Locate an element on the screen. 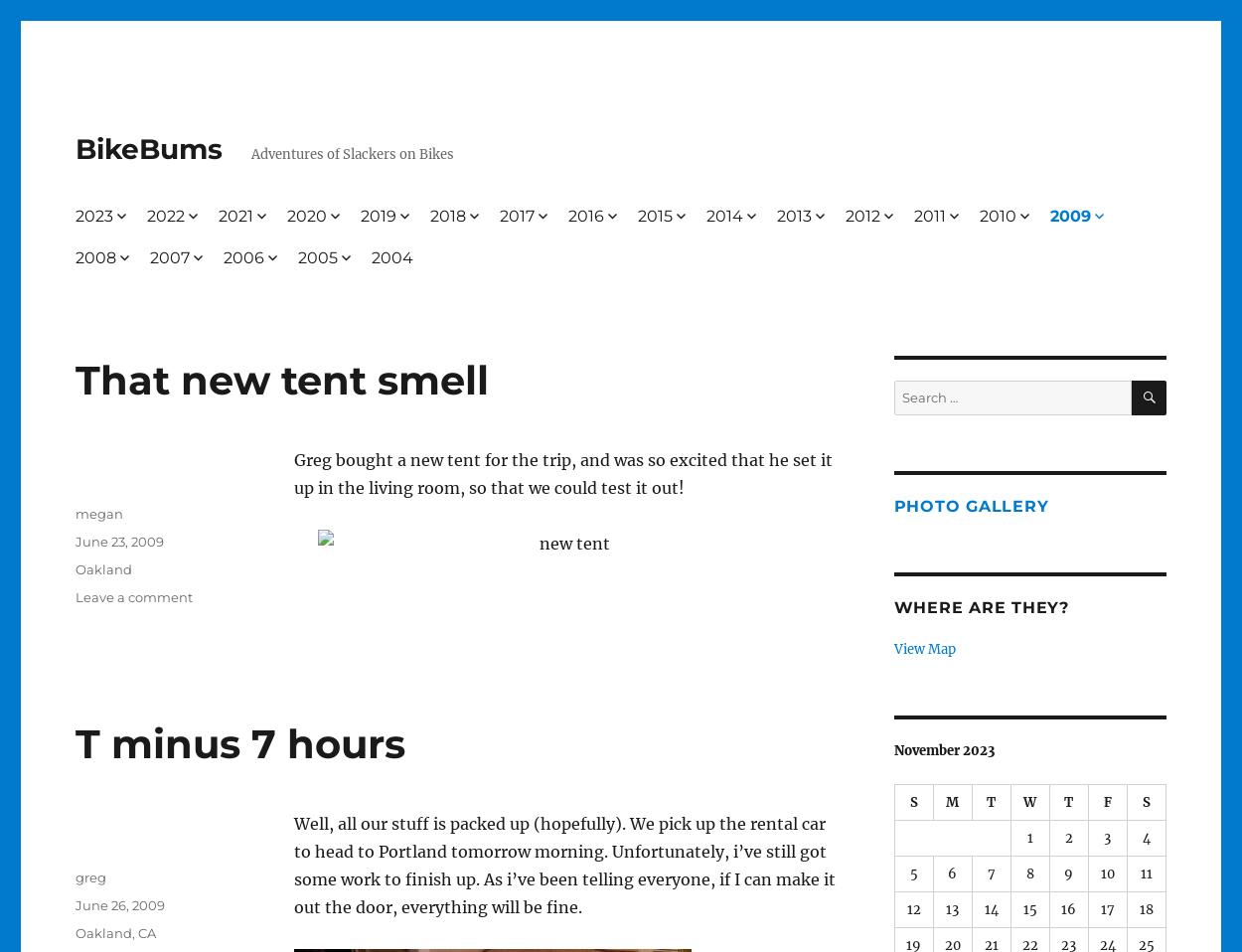 The image size is (1242, 952). '1' is located at coordinates (1029, 836).